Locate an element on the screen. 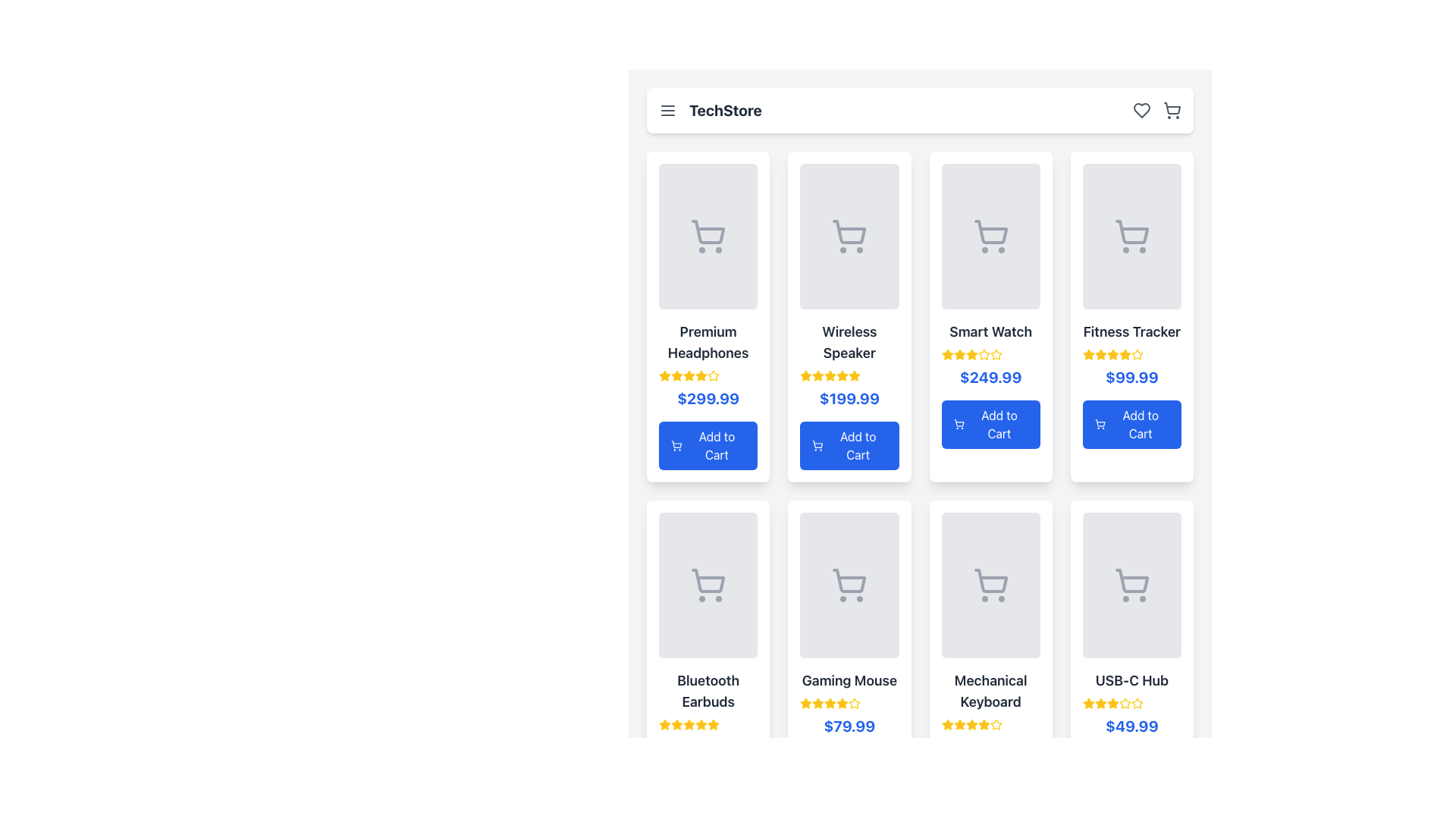 This screenshot has width=1456, height=819. the gray minimalist cart icon located in the second item of the top row of product cards labeled 'Wireless Speaker', centered above the blue 'Add to Cart' button is located at coordinates (849, 237).